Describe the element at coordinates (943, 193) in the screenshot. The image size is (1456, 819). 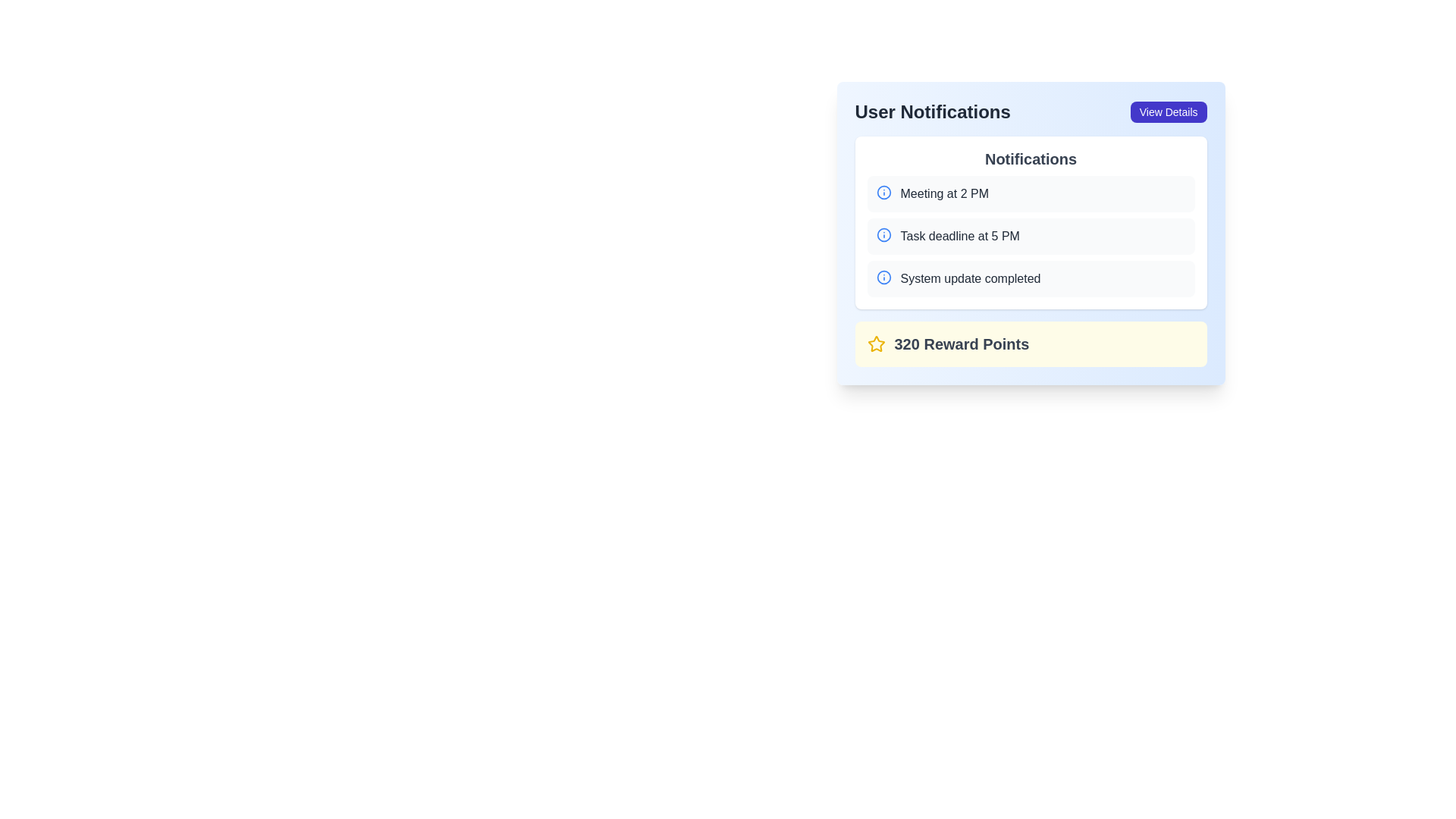
I see `the Text Label that indicates a scheduled meeting at 2 PM, located in the top section of the 'User Notifications' card, adjacent to an information icon` at that location.